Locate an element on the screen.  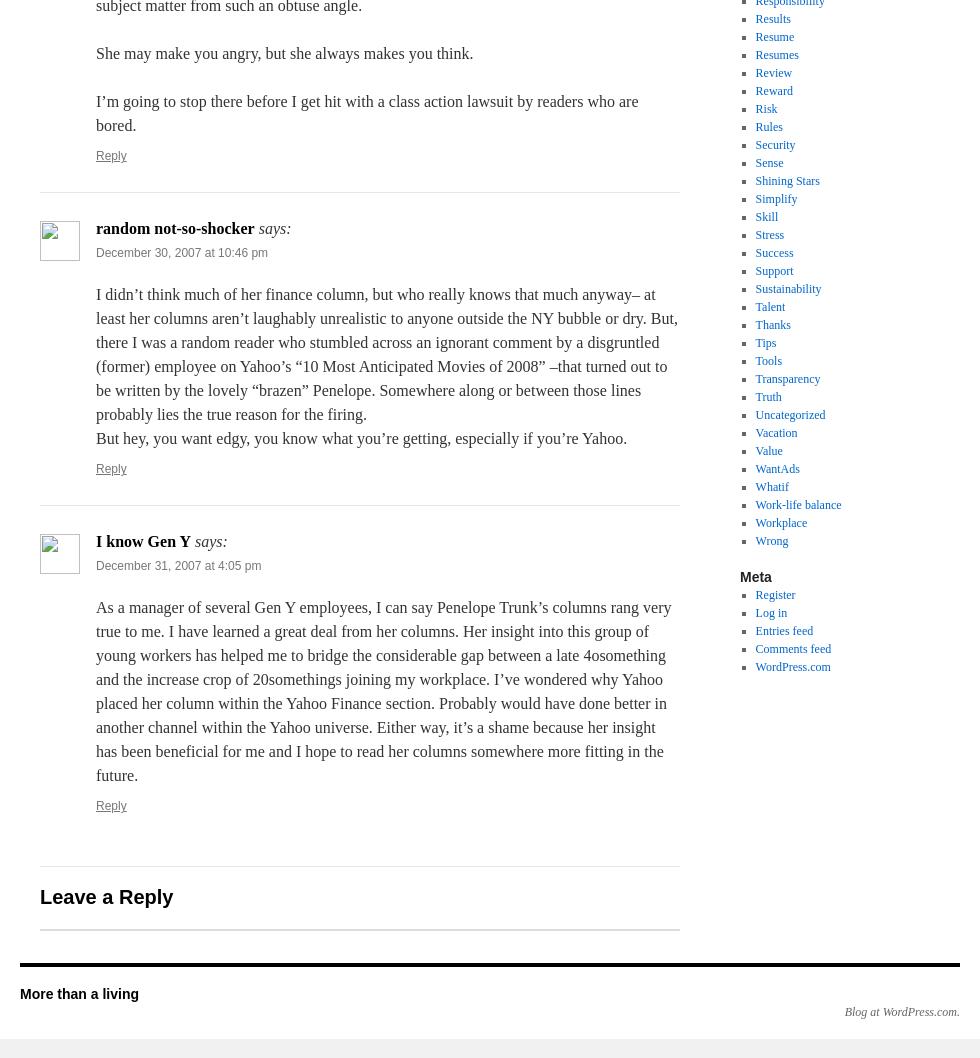
'Register' is located at coordinates (774, 595).